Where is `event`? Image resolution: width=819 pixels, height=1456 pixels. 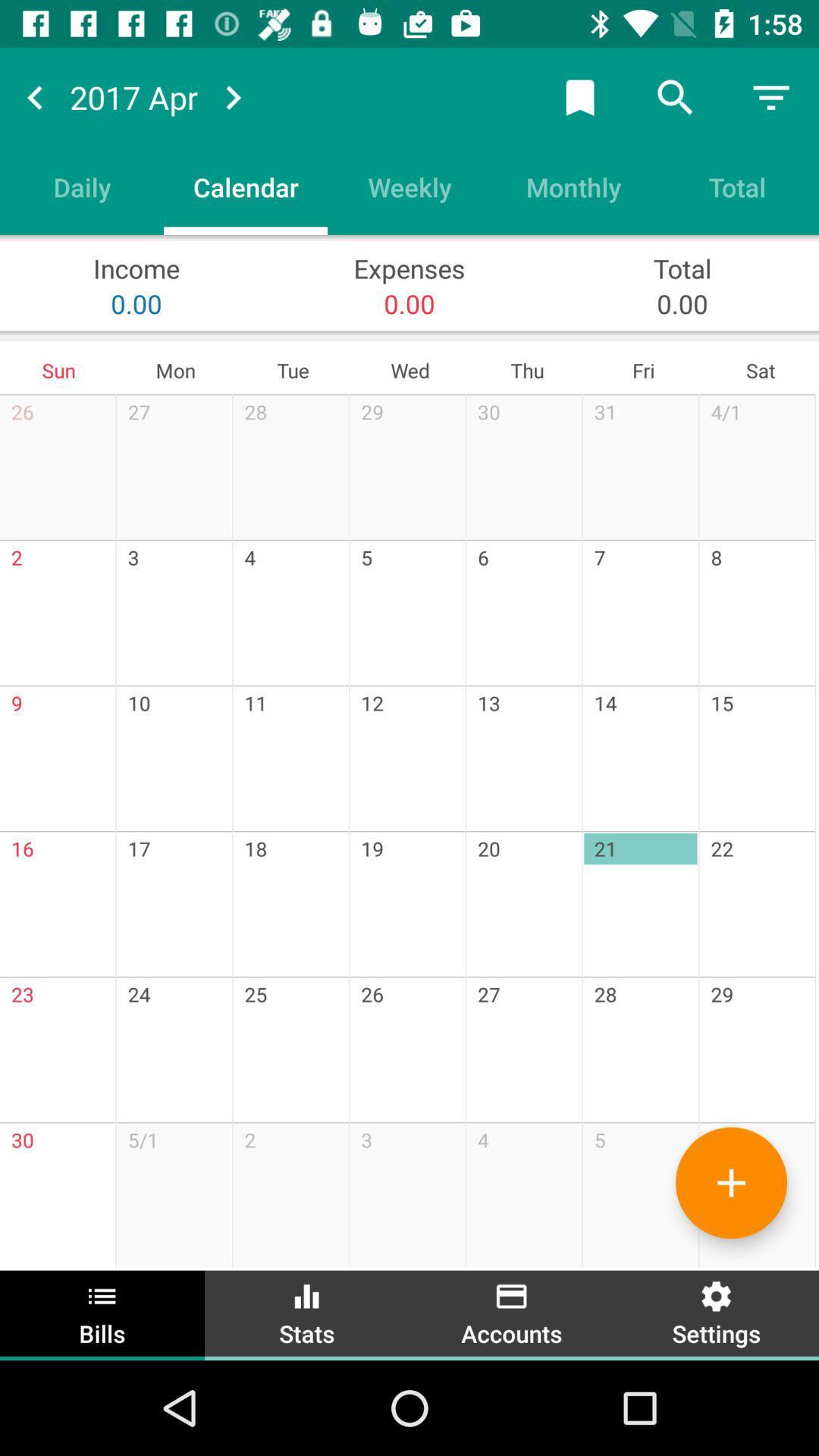
event is located at coordinates (730, 1182).